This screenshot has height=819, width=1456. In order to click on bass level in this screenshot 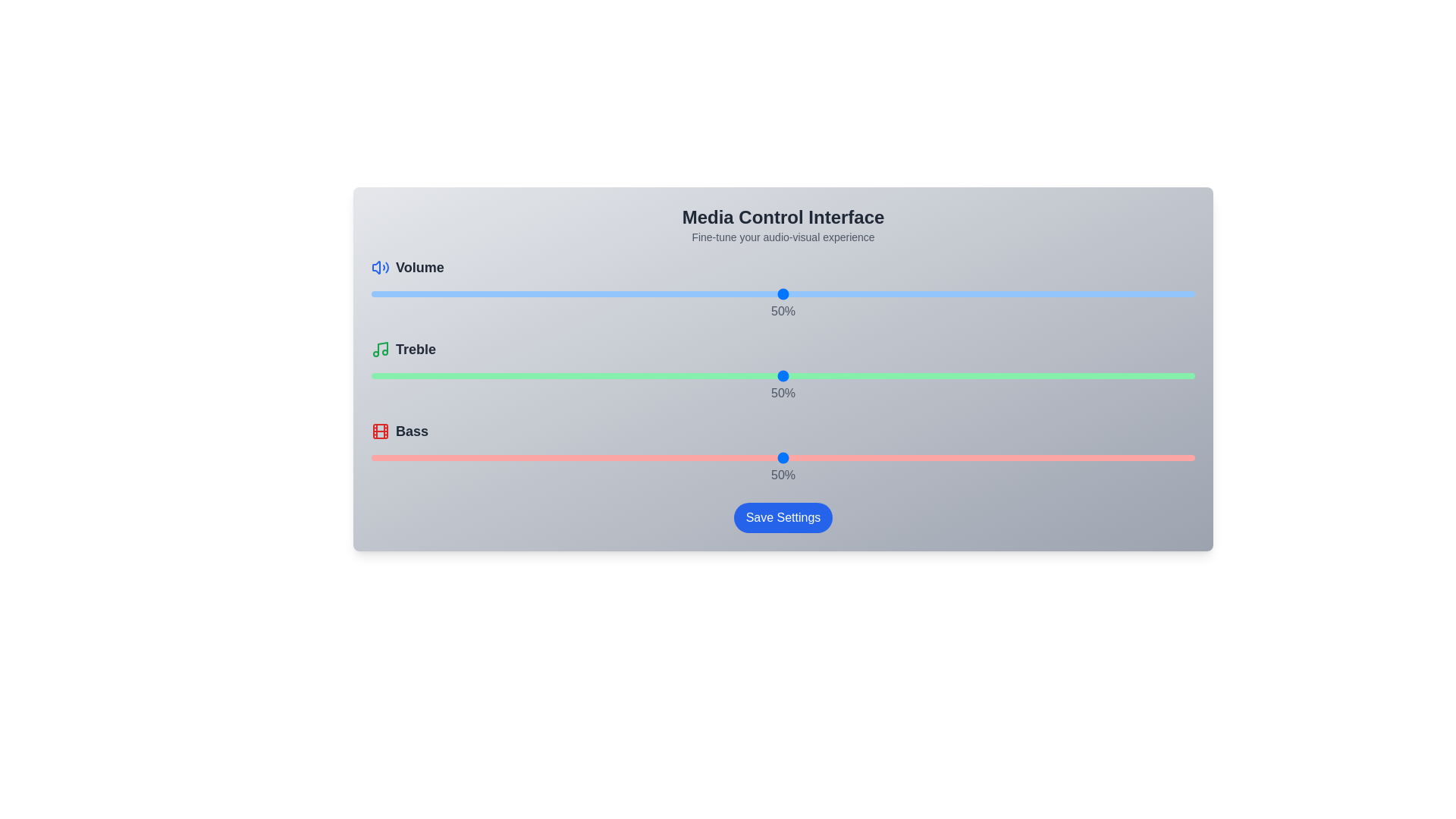, I will do `click(1169, 457)`.